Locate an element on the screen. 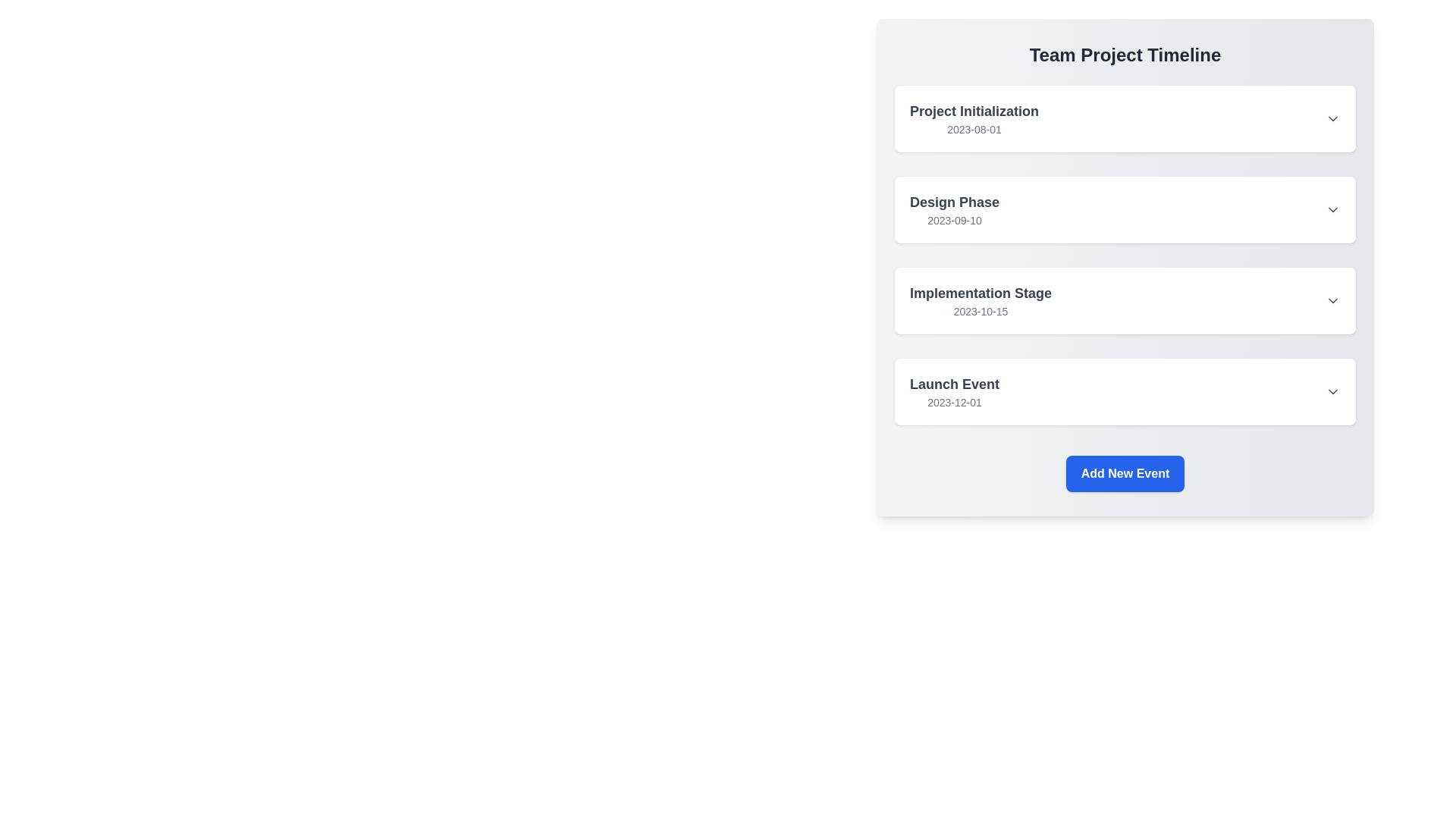 The height and width of the screenshot is (819, 1456). the chevron icon located on the far-right side of the row containing 'Project Initialization' is located at coordinates (1332, 118).